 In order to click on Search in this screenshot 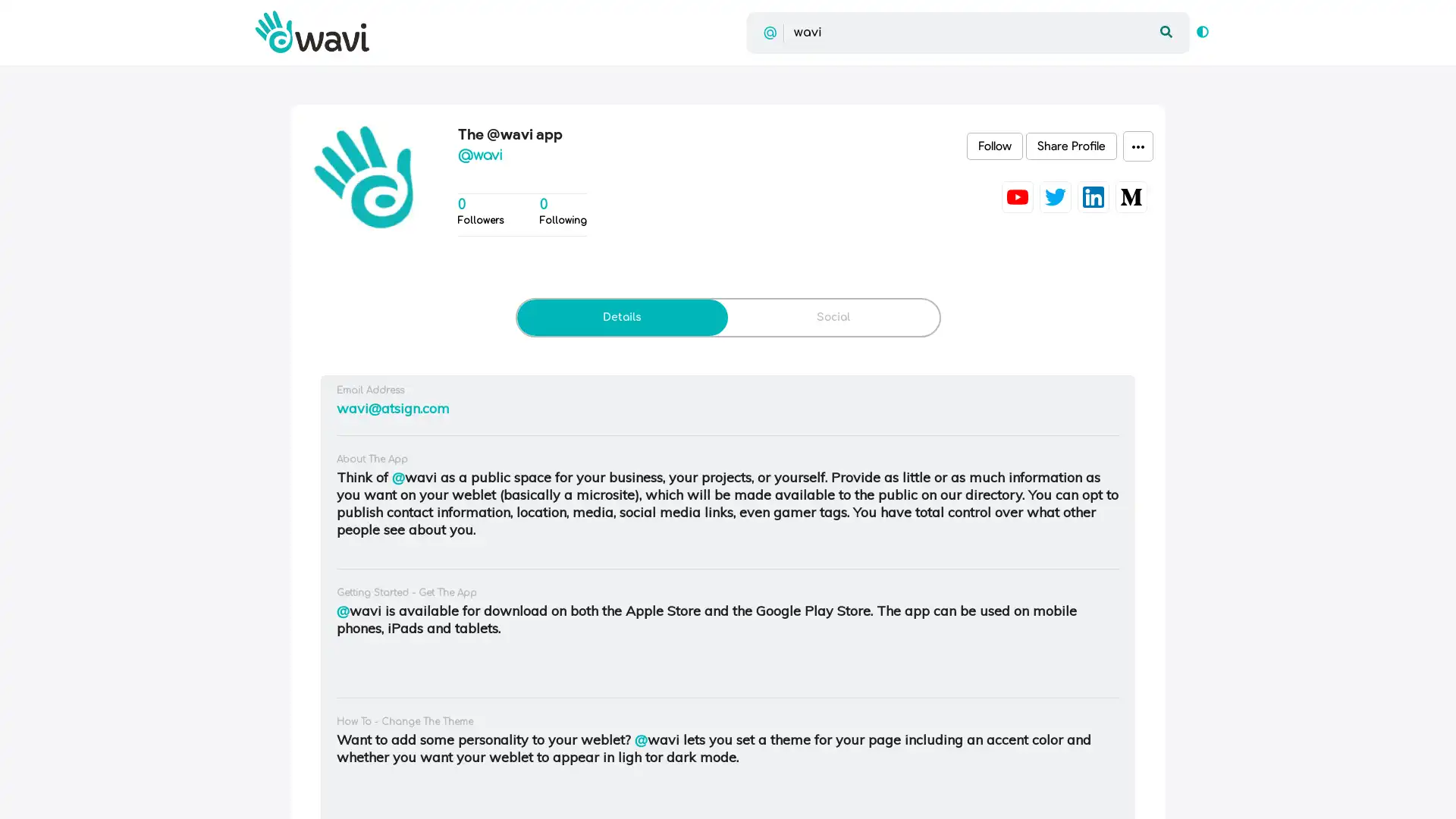, I will do `click(1165, 32)`.